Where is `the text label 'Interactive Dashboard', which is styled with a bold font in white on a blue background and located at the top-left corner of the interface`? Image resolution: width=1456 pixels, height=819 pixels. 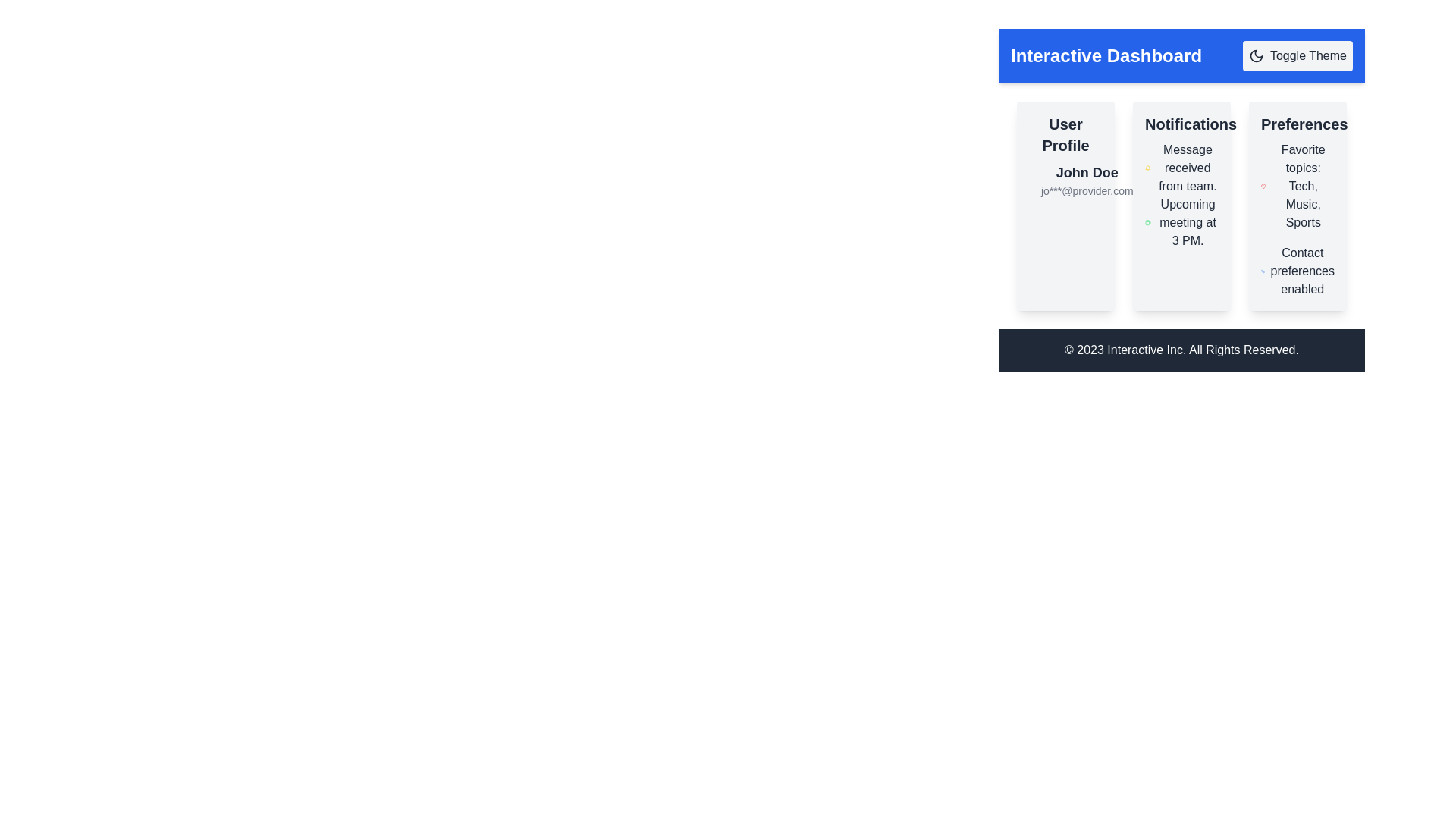 the text label 'Interactive Dashboard', which is styled with a bold font in white on a blue background and located at the top-left corner of the interface is located at coordinates (1106, 55).